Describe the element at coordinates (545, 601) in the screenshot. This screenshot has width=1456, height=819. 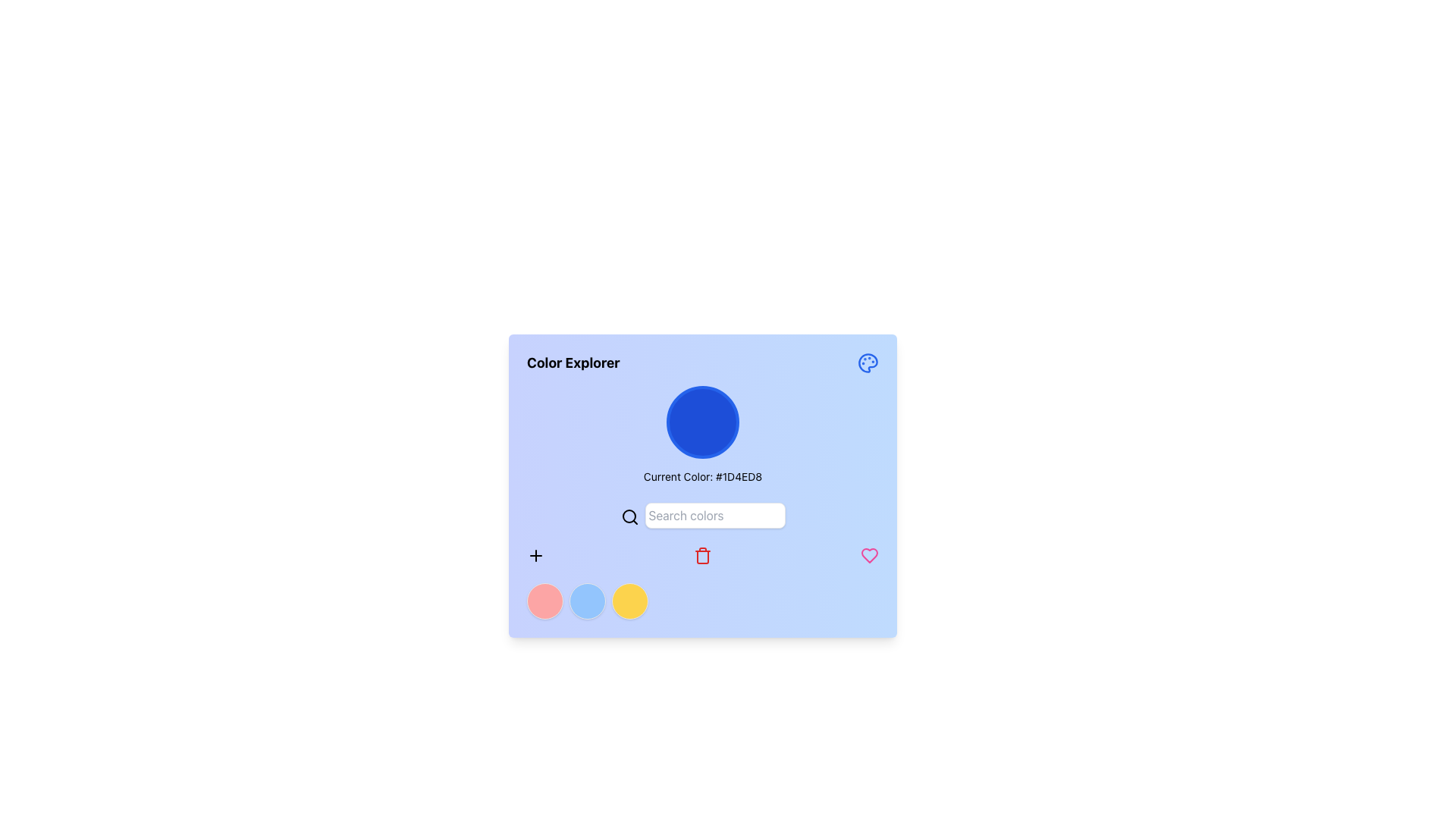
I see `the leftmost circular button` at that location.